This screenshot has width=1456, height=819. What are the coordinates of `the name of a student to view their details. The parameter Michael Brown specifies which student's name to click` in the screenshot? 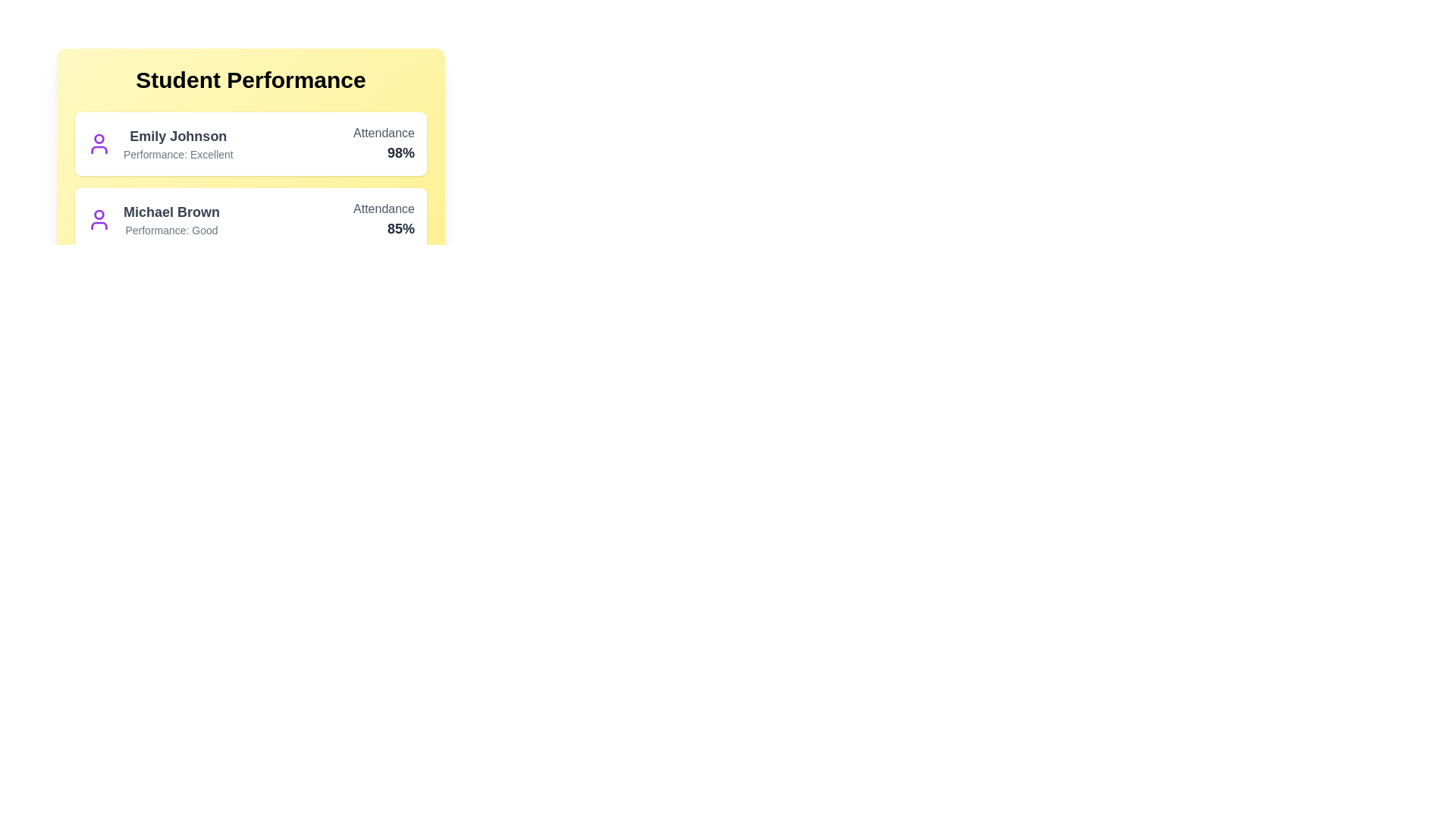 It's located at (171, 212).